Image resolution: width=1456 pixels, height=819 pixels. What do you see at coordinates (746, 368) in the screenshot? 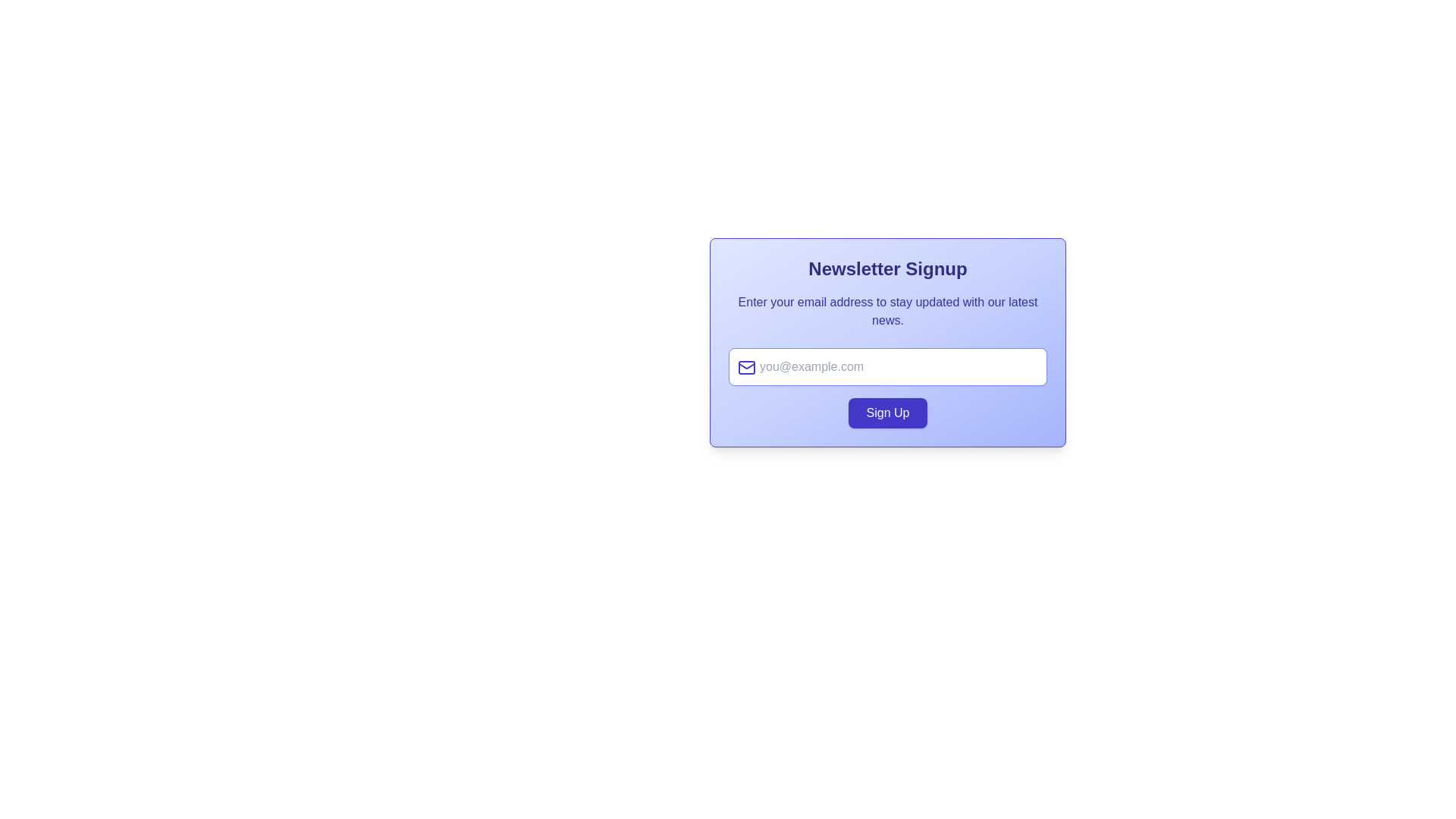
I see `the email input field icon represented in SVG format, located on the left side of the email input field` at bounding box center [746, 368].